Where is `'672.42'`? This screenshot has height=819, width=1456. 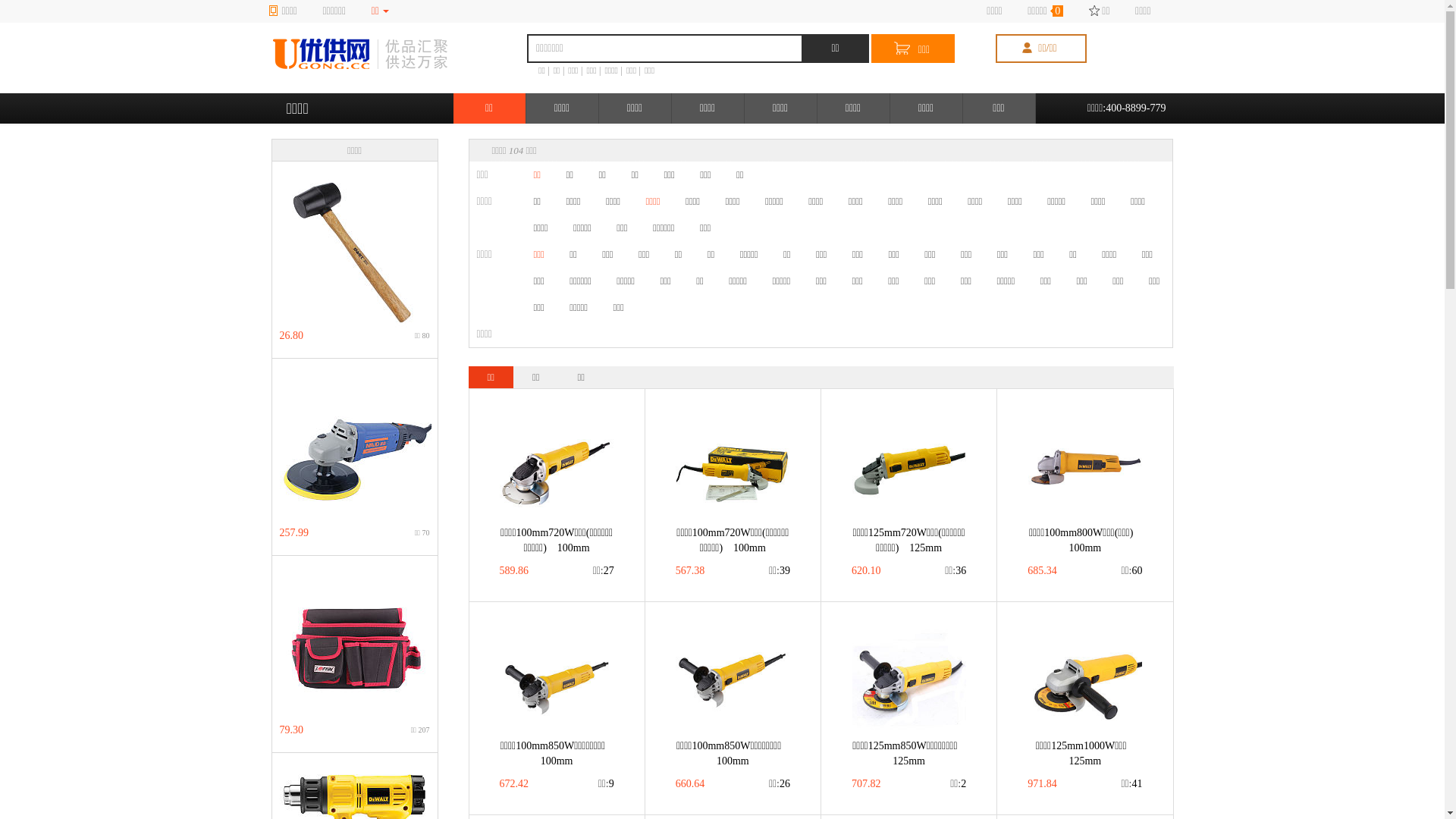
'672.42' is located at coordinates (498, 783).